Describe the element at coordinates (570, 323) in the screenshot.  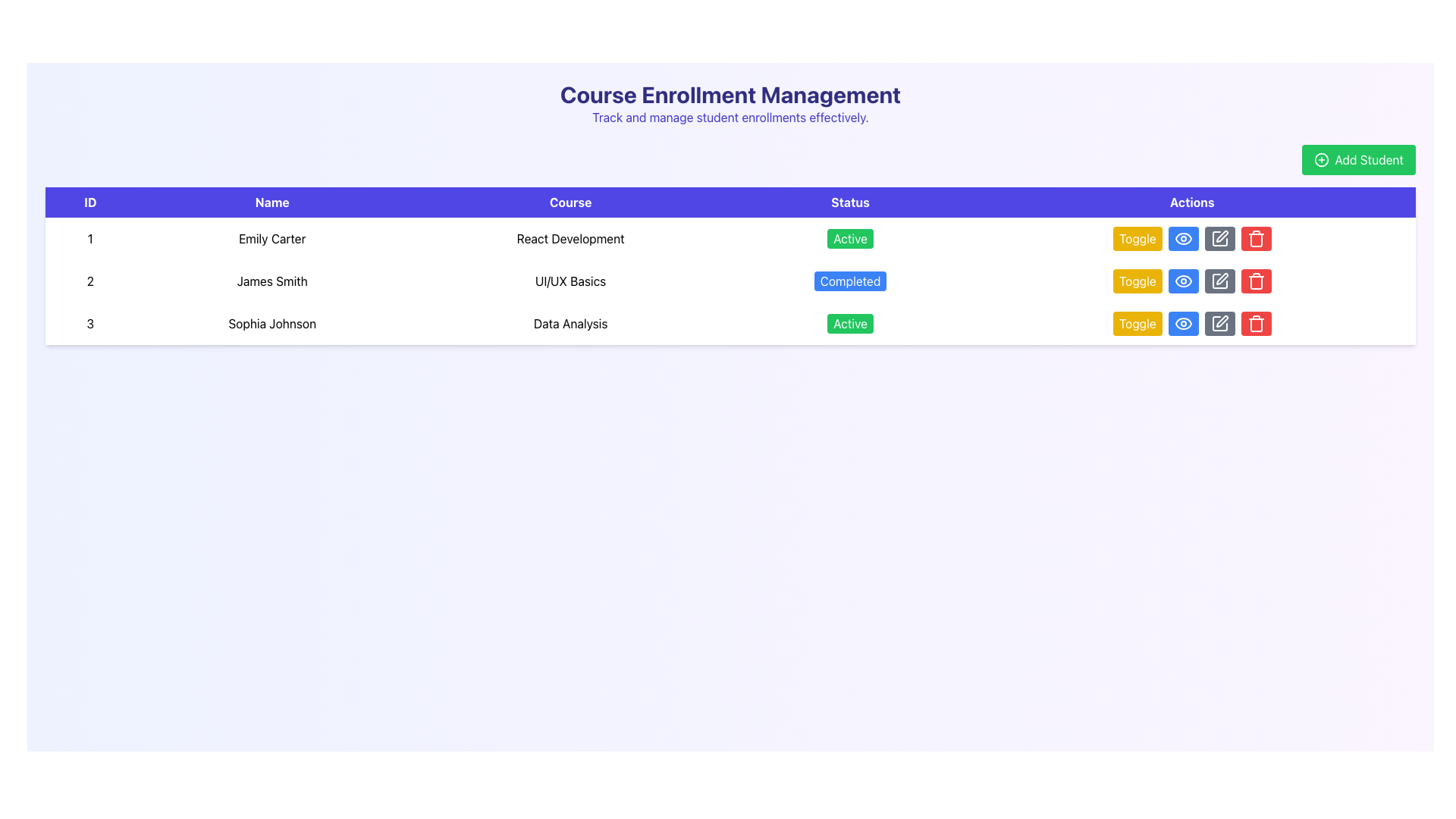
I see `the text display element that presents the course name in the third row of the table under the 'Course' column, positioned between 'Sophia Johnson' and 'Active'` at that location.